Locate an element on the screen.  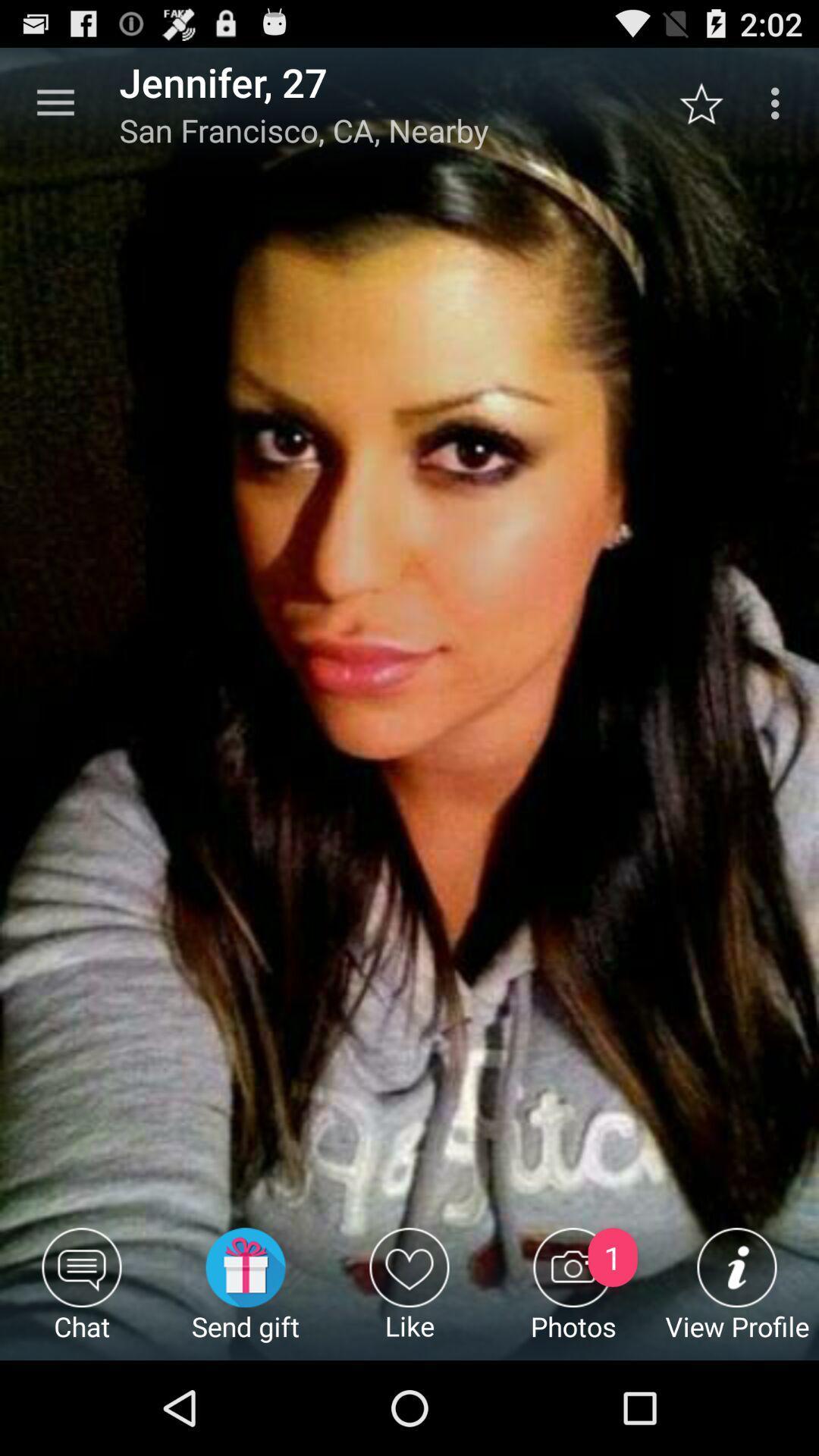
item above view profile icon is located at coordinates (709, 102).